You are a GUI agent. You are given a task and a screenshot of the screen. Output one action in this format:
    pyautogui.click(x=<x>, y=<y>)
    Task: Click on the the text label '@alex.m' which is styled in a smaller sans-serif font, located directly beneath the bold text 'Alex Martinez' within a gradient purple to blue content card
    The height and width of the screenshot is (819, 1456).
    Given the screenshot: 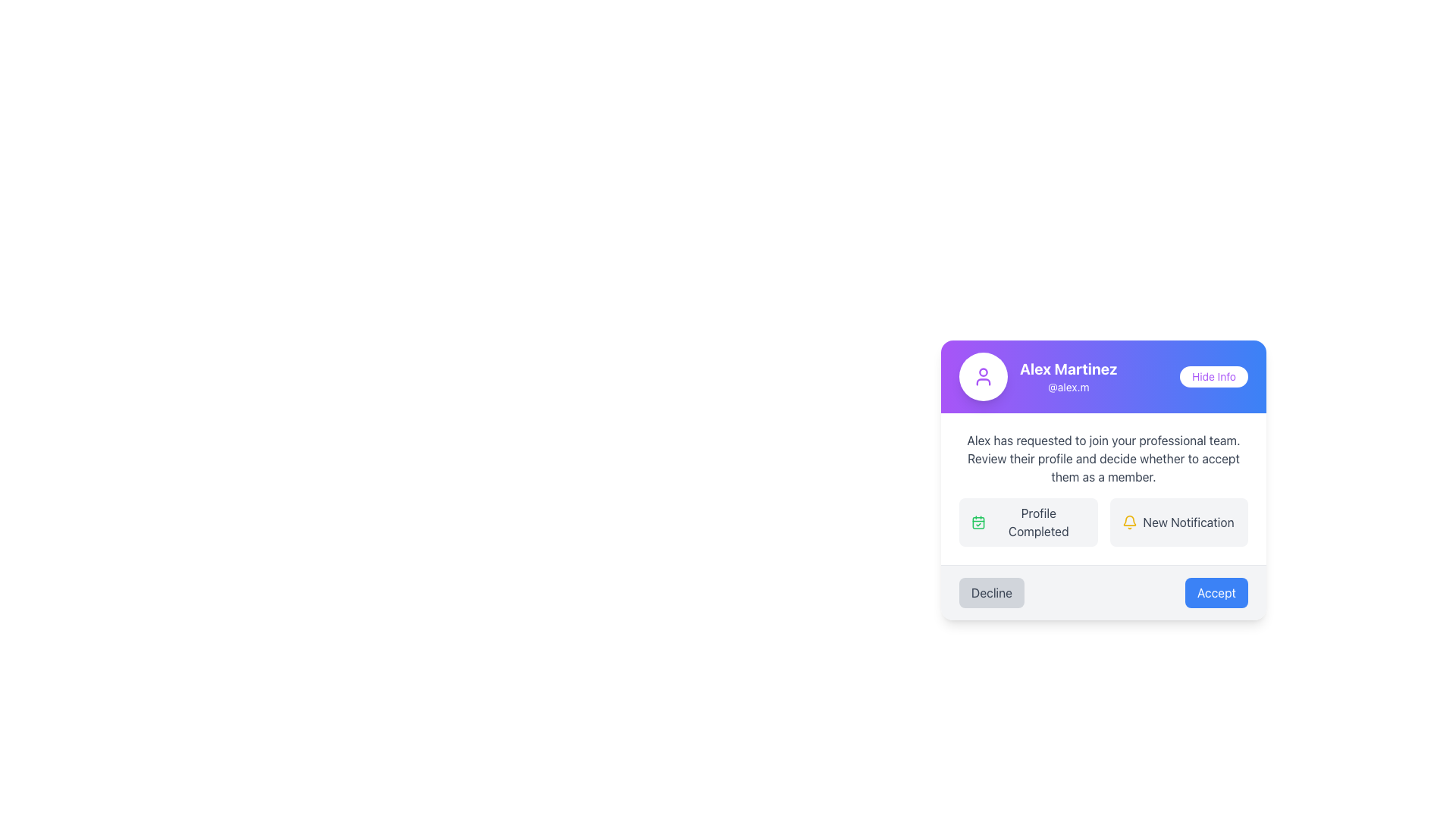 What is the action you would take?
    pyautogui.click(x=1068, y=386)
    